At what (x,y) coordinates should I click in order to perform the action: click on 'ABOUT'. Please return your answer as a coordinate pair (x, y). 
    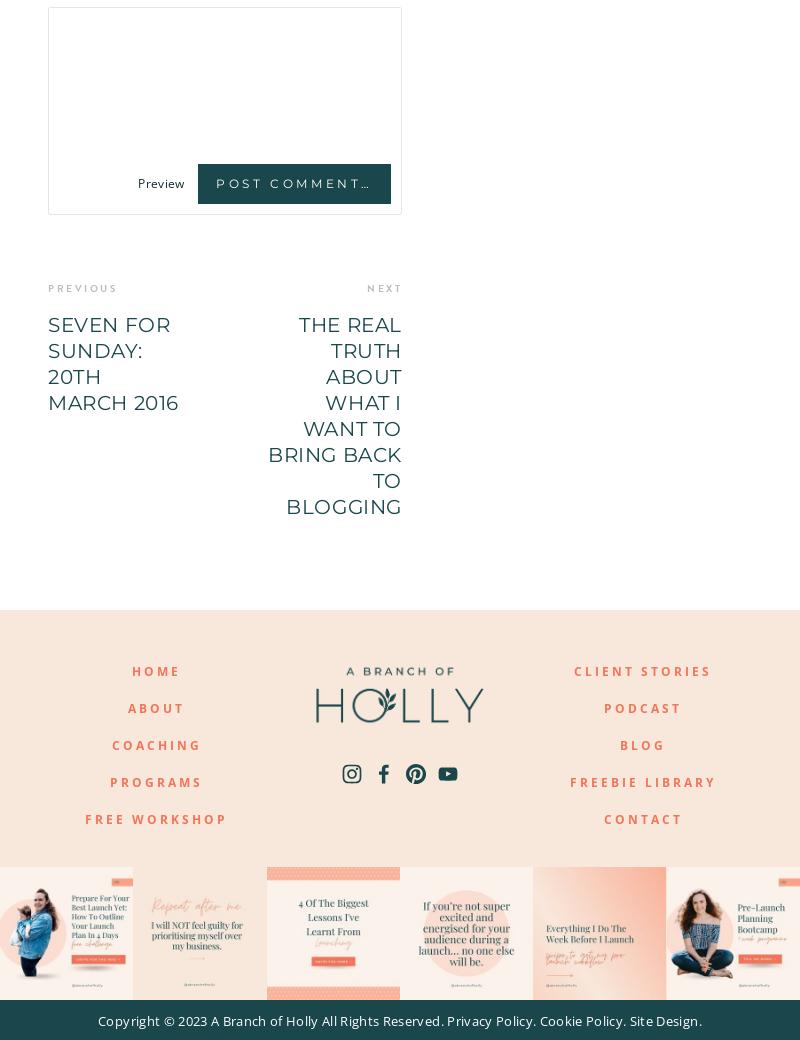
    Looking at the image, I should click on (127, 708).